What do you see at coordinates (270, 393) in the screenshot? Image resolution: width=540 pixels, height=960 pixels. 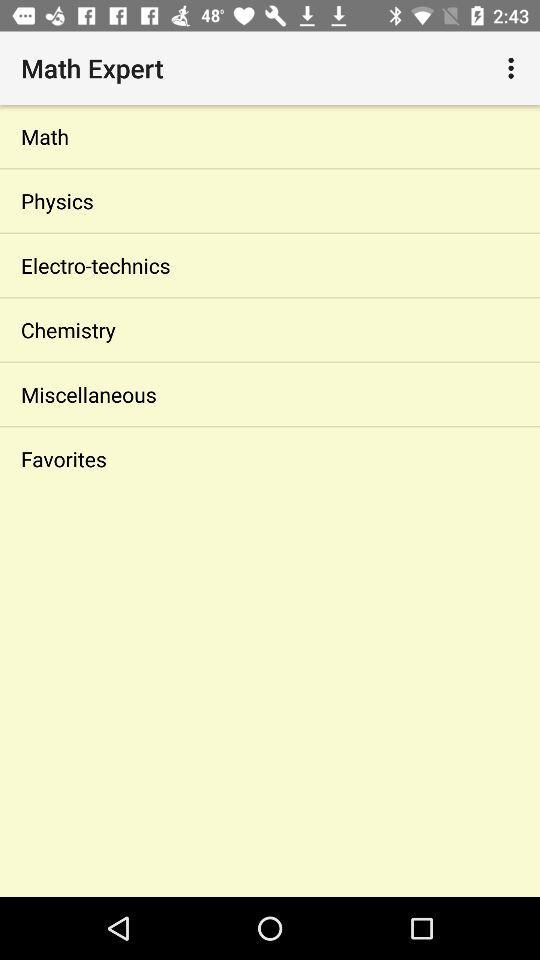 I see `the miscellaneous icon` at bounding box center [270, 393].